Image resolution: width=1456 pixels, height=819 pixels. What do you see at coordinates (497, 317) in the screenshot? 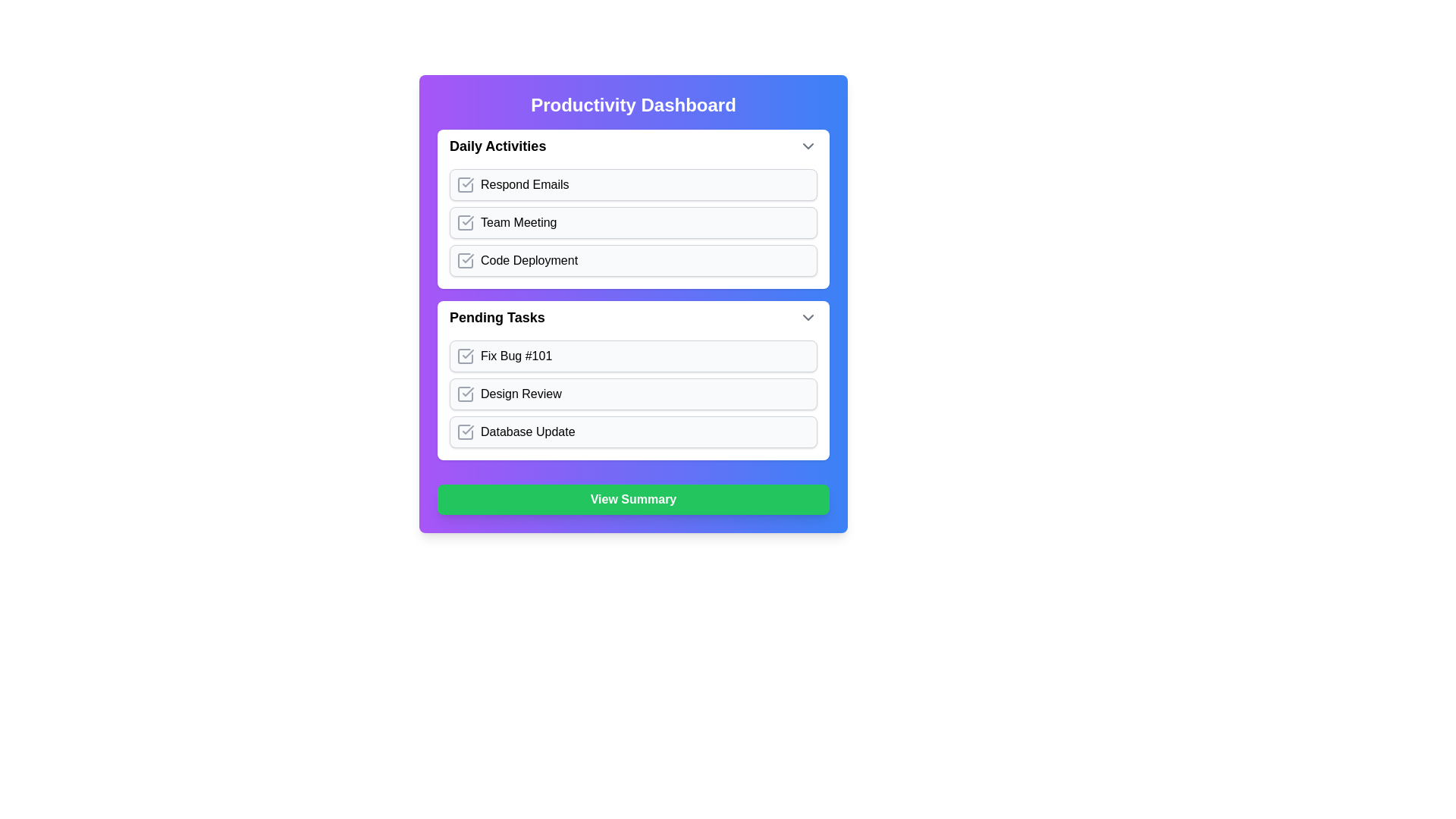
I see `the text label displaying 'Pending Tasks', which is styled with a larger font size and bold weight, positioned near the top-left corner of its section` at bounding box center [497, 317].